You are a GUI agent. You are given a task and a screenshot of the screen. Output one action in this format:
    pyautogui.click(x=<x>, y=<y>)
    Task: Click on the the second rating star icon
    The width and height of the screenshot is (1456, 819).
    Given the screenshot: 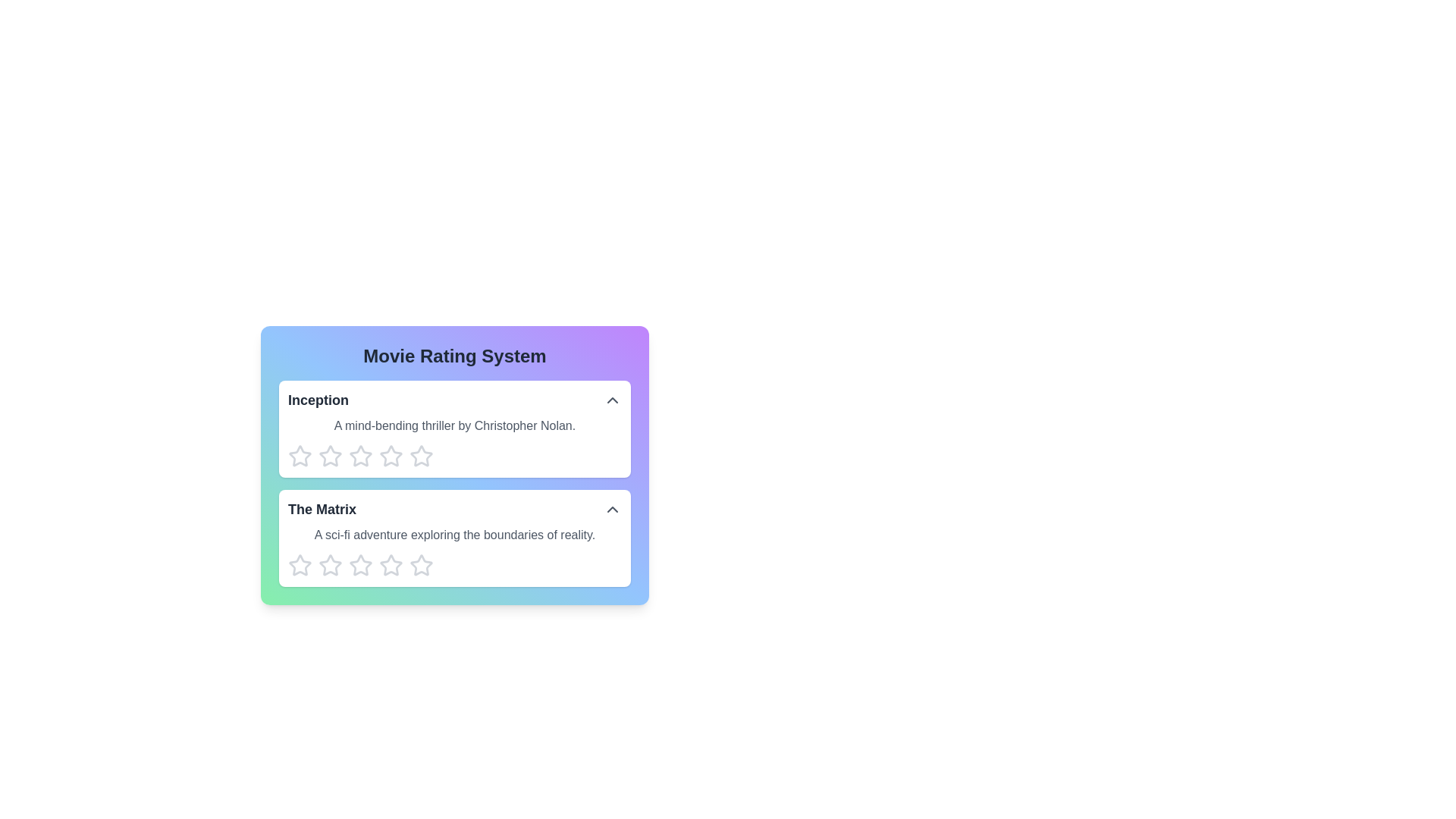 What is the action you would take?
    pyautogui.click(x=359, y=455)
    